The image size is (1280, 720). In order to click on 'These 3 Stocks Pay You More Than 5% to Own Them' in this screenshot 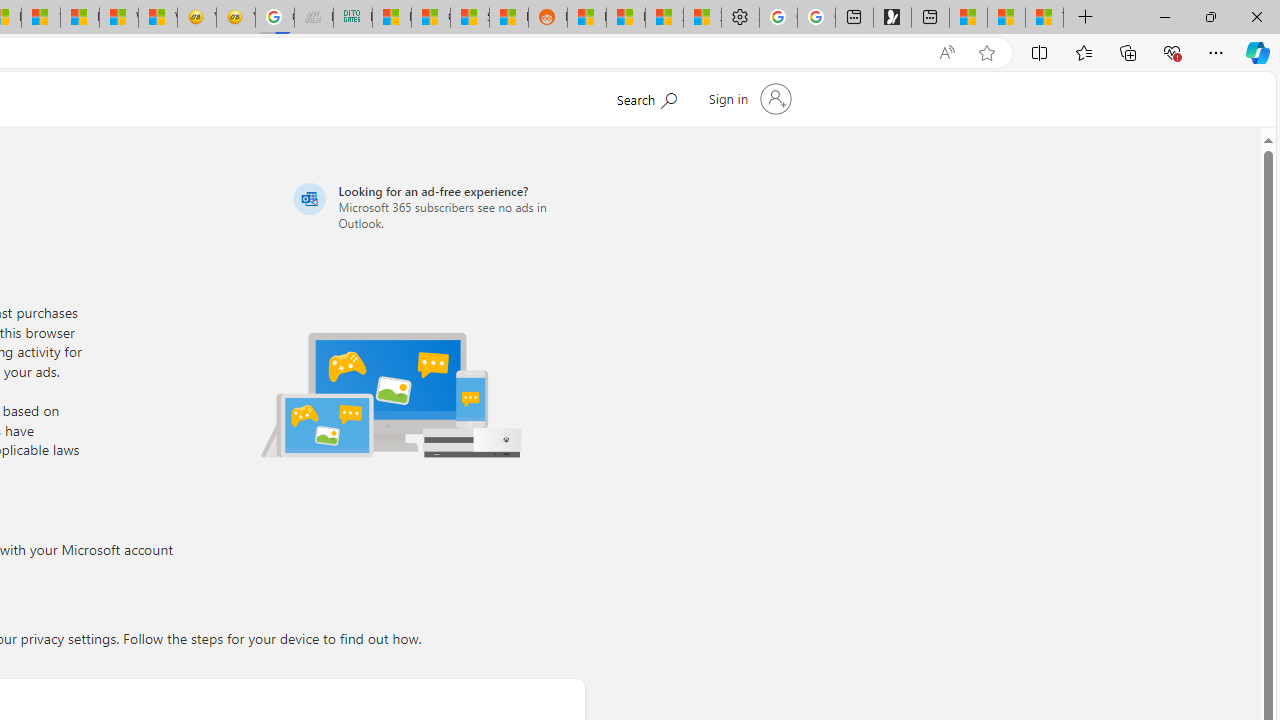, I will do `click(1044, 17)`.